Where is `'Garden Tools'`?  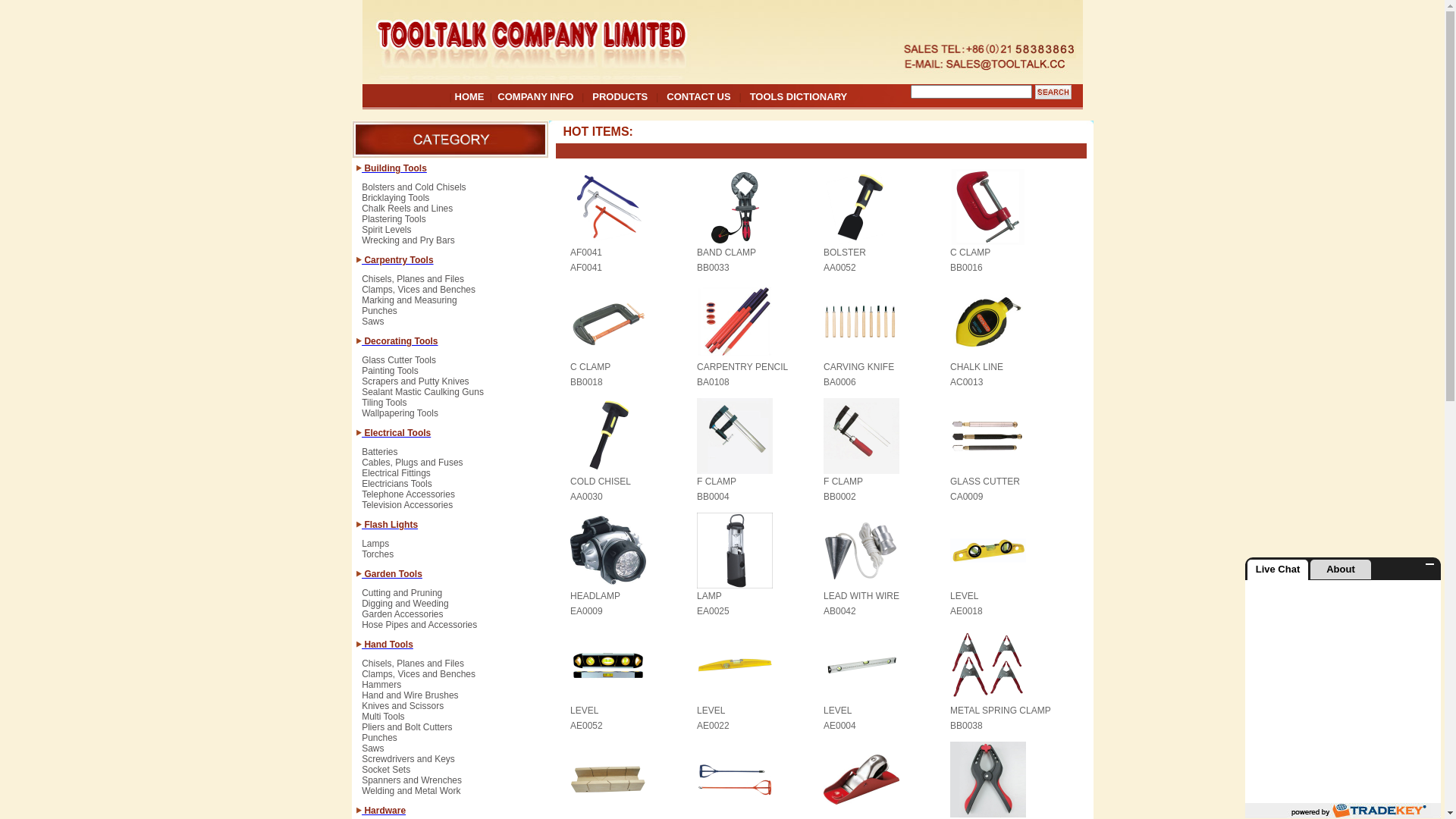
'Garden Tools' is located at coordinates (392, 573).